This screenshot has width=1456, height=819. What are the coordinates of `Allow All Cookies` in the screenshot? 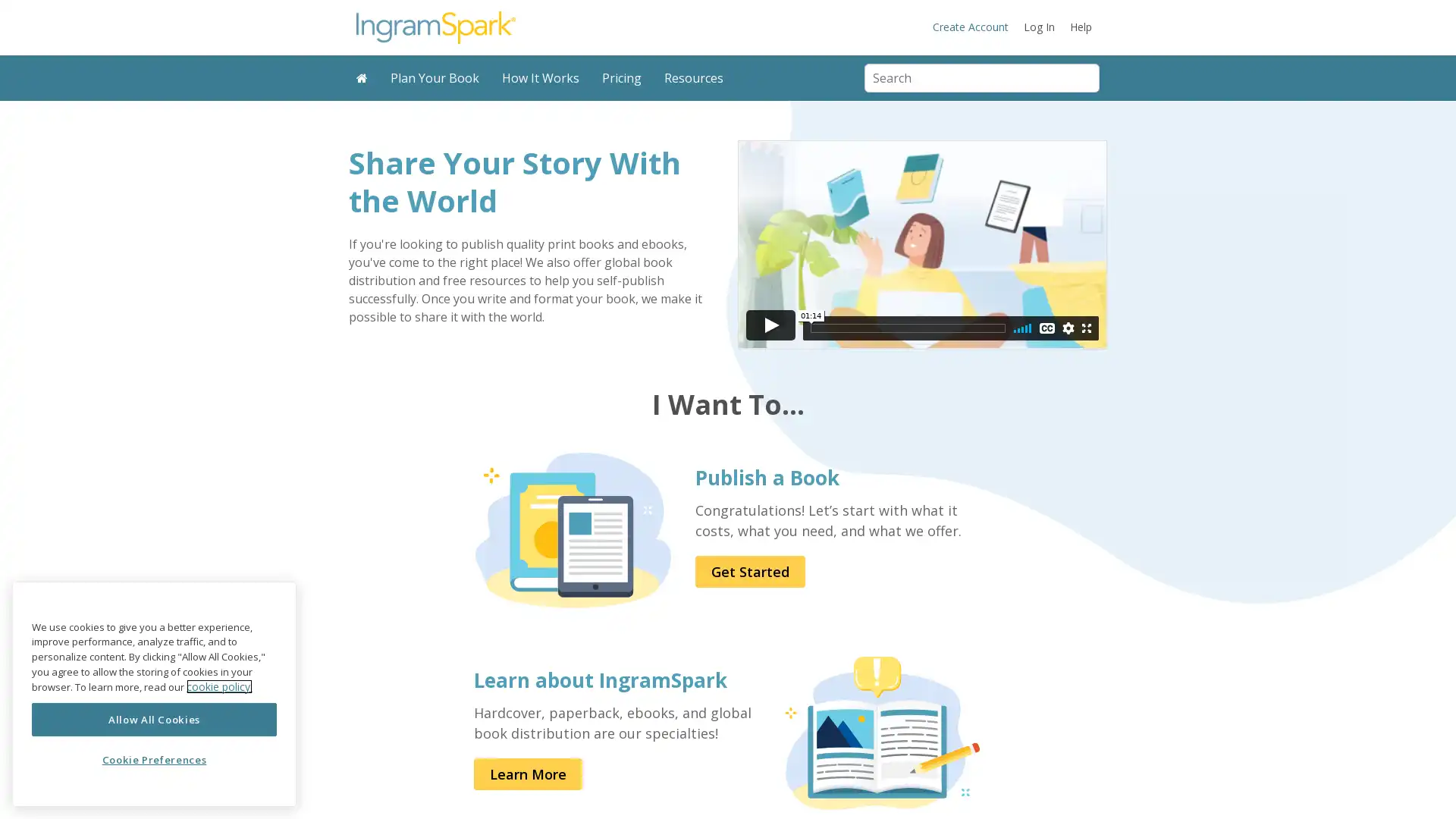 It's located at (154, 718).